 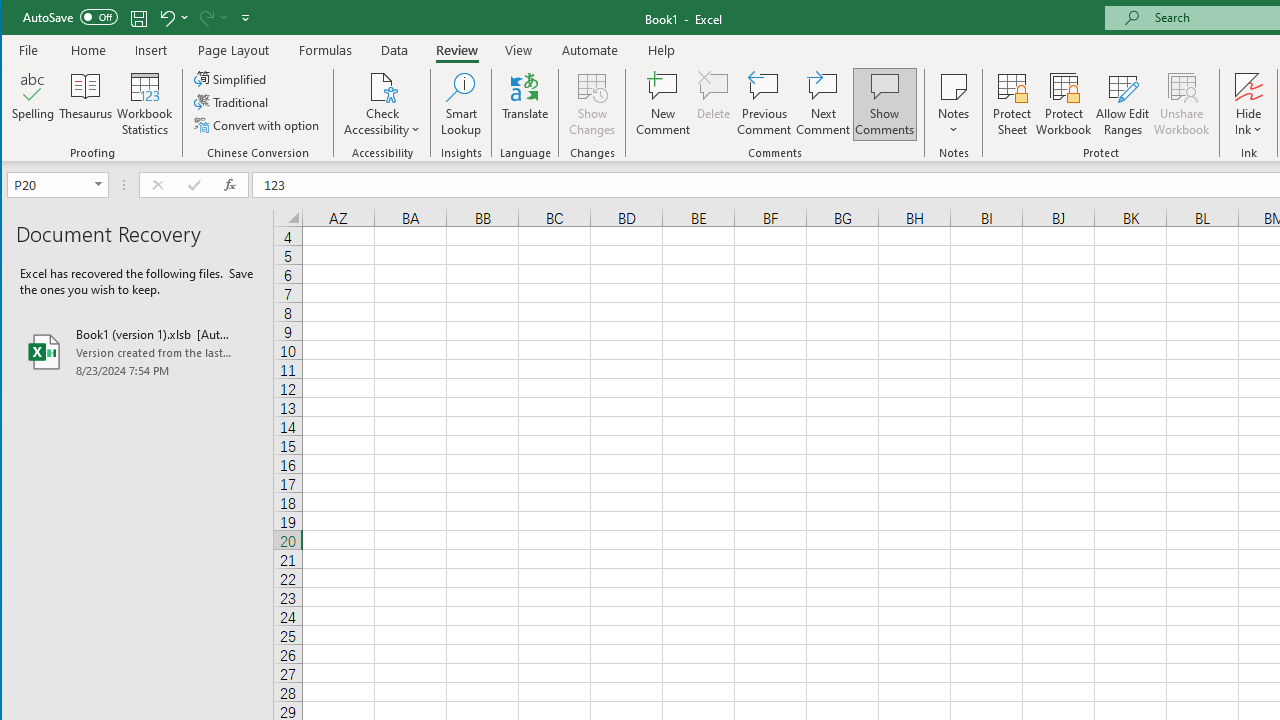 I want to click on 'Unshare Workbook', so click(x=1182, y=104).